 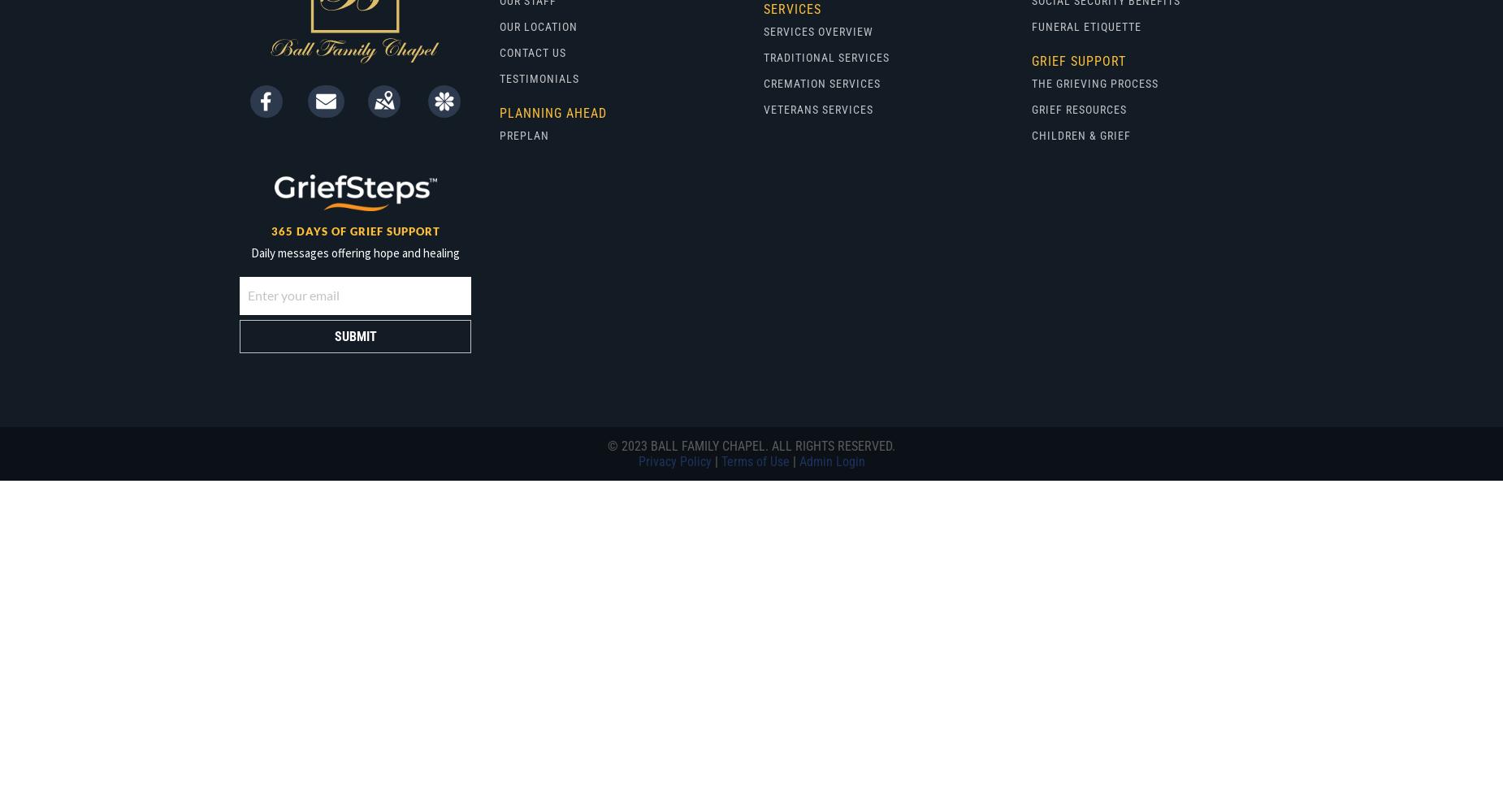 What do you see at coordinates (762, 57) in the screenshot?
I see `'TRADITIONAL SERVICES'` at bounding box center [762, 57].